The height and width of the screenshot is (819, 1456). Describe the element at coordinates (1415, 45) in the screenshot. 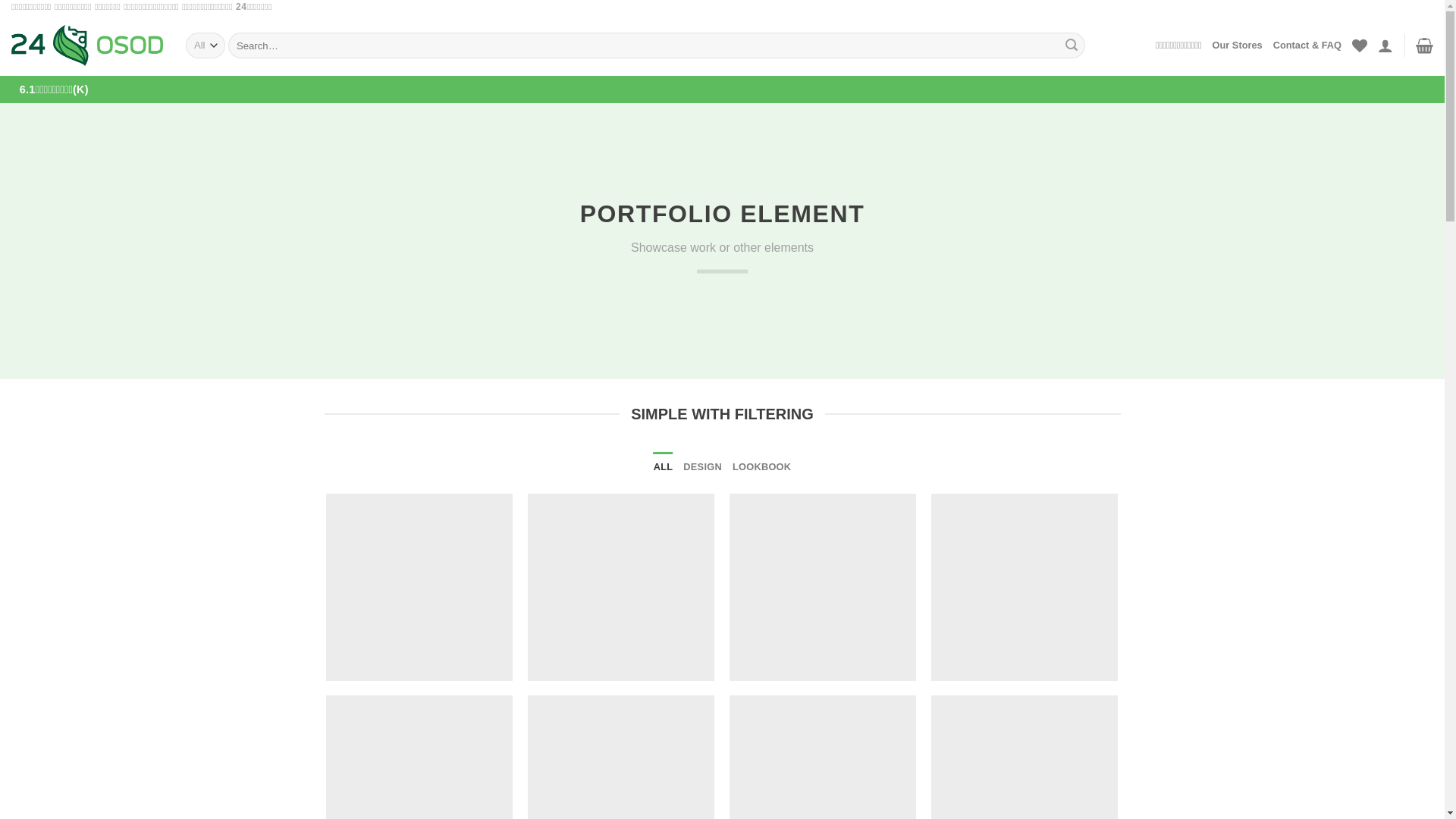

I see `'Cart'` at that location.